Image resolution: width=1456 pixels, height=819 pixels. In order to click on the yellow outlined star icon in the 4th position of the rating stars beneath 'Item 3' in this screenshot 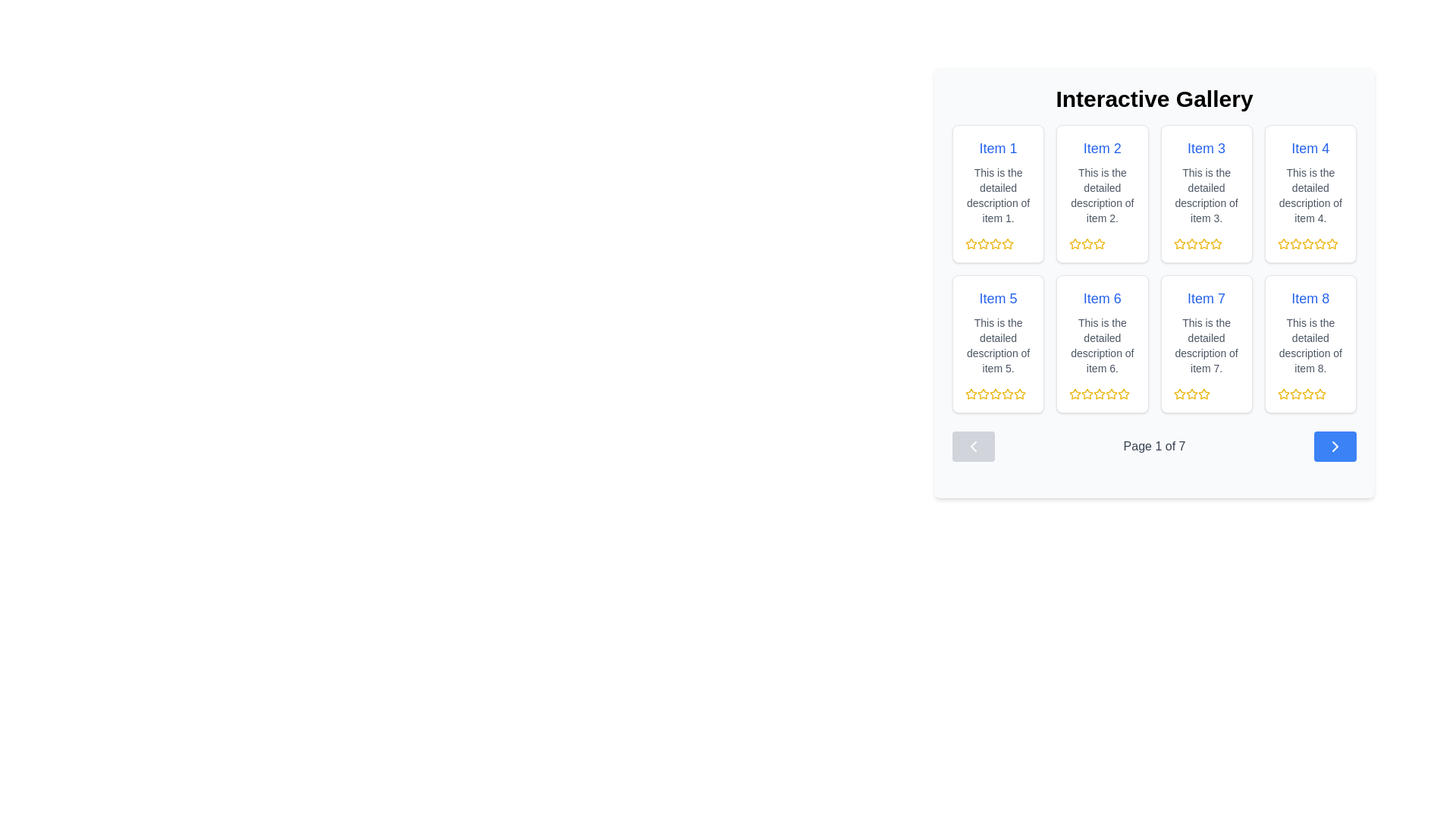, I will do `click(1203, 243)`.